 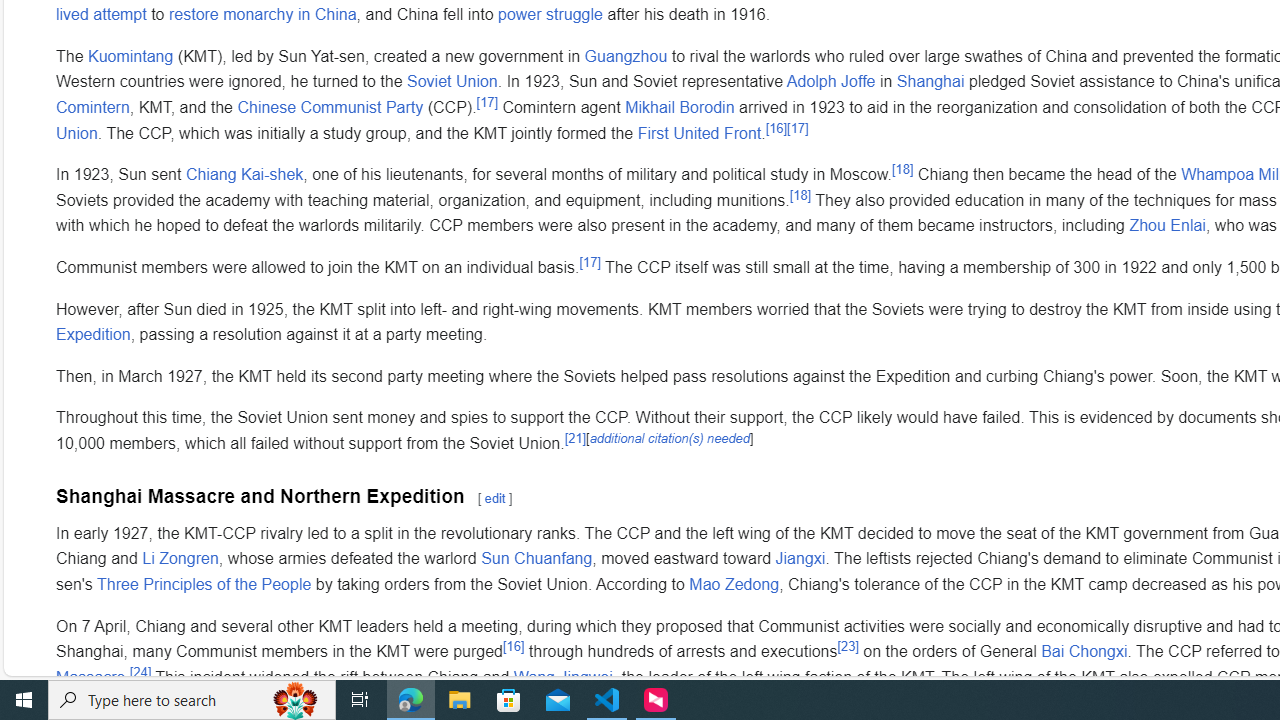 What do you see at coordinates (848, 645) in the screenshot?
I see `'[23]'` at bounding box center [848, 645].